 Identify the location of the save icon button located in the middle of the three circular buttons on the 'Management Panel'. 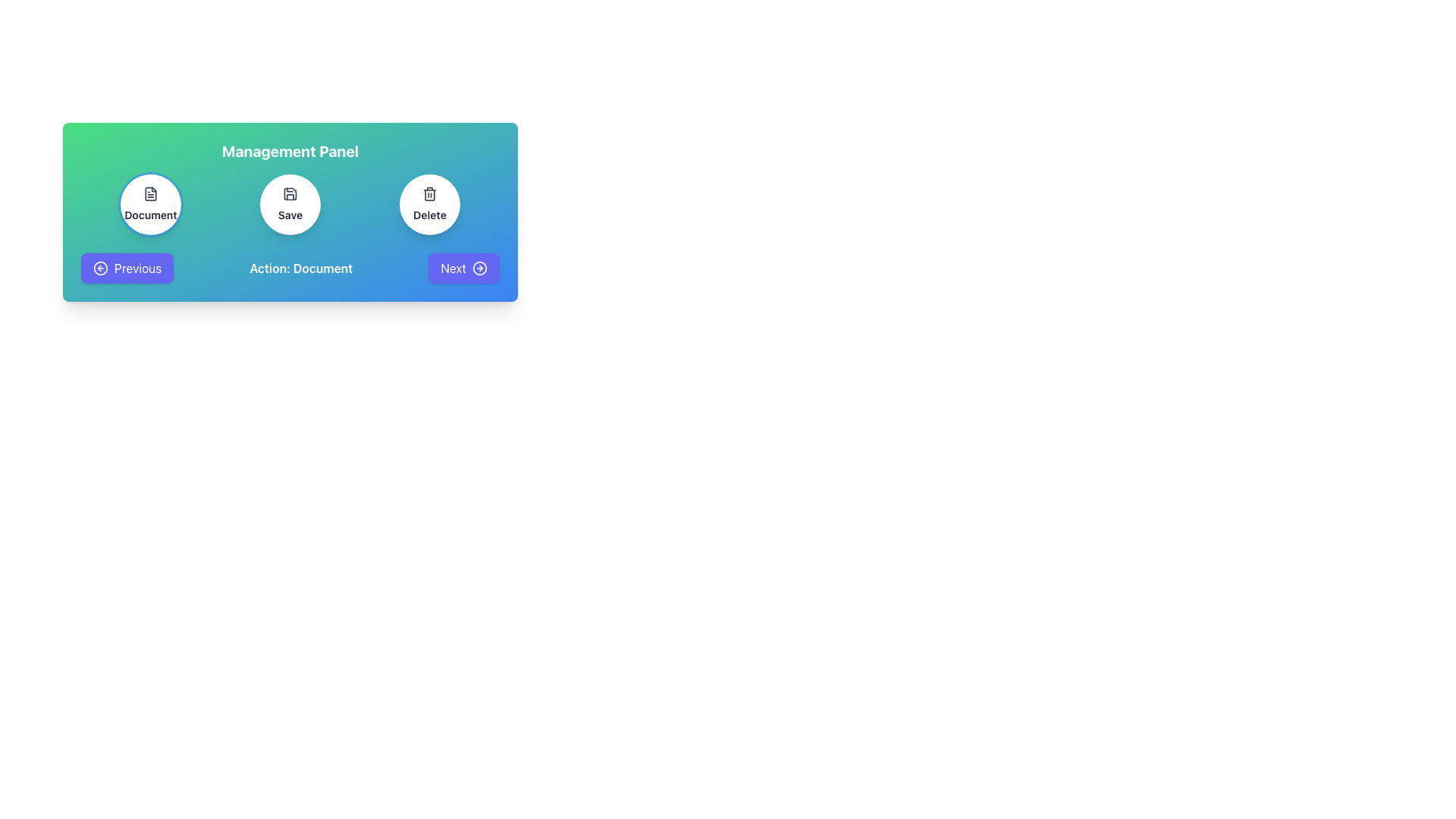
(290, 193).